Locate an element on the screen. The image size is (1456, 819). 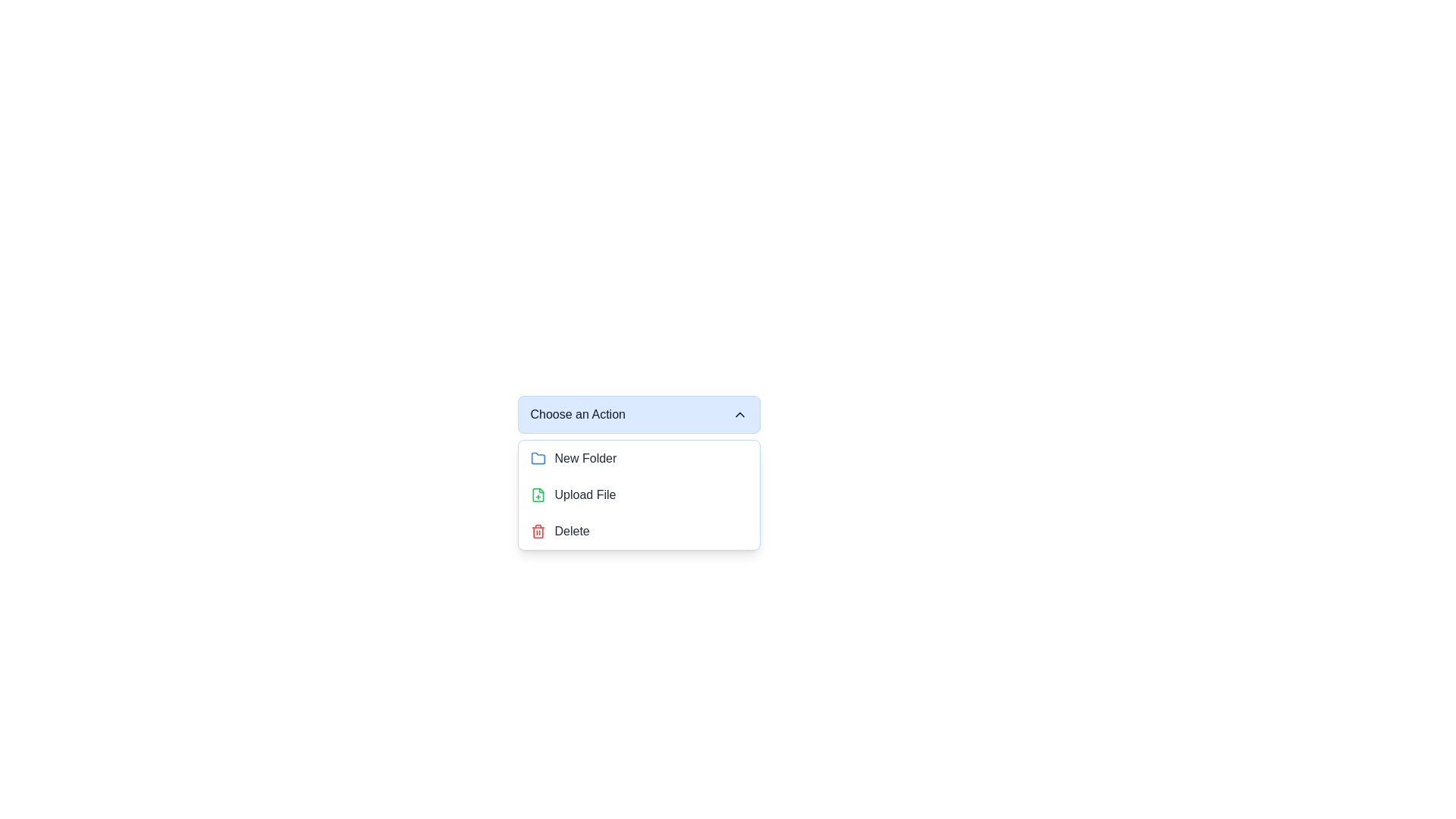
the Text label in the dropdown menu that initiates the creation of a new folder is located at coordinates (585, 458).